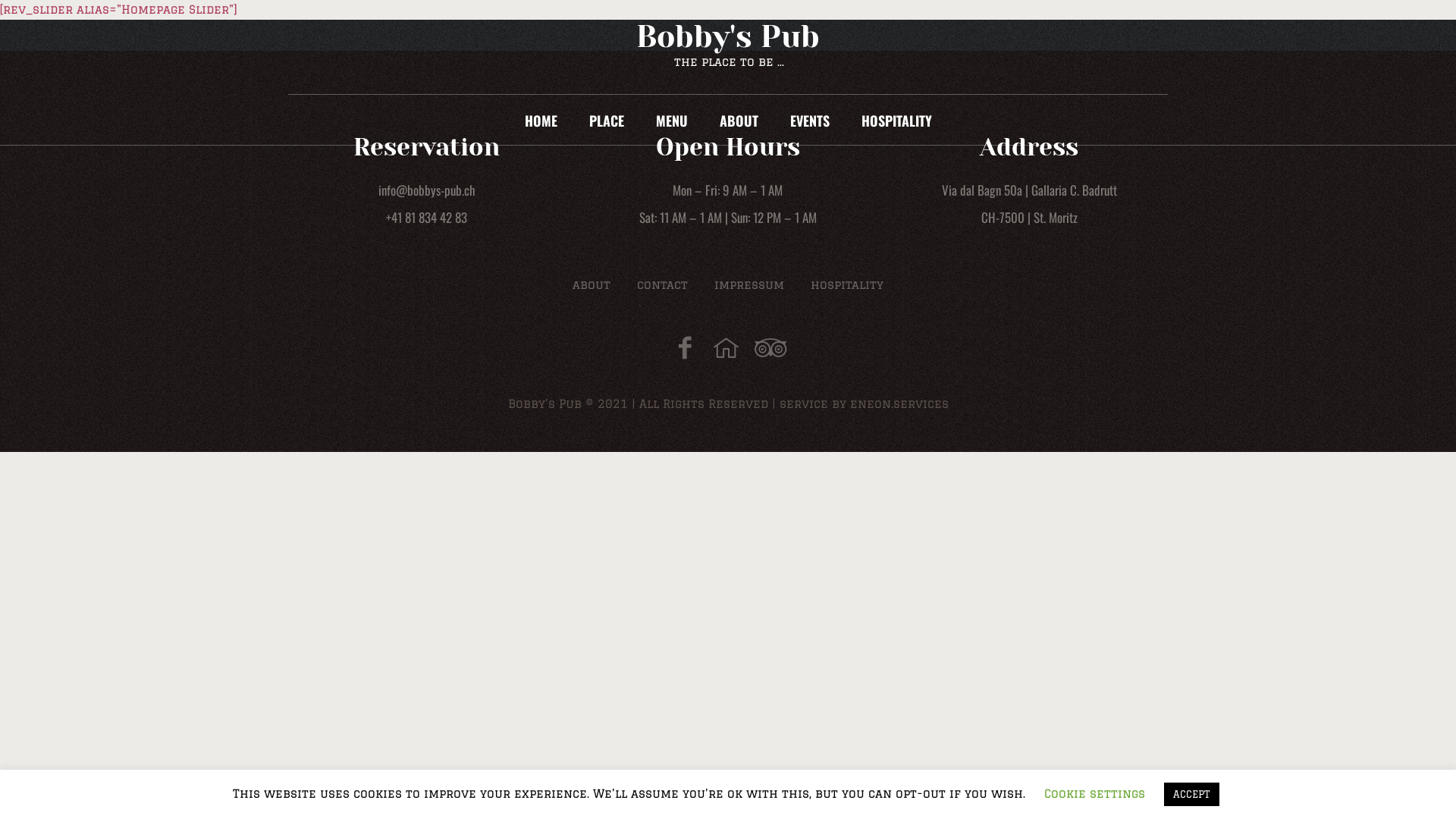 The image size is (1456, 819). I want to click on 'Bobby's Pub, so click(636, 45).